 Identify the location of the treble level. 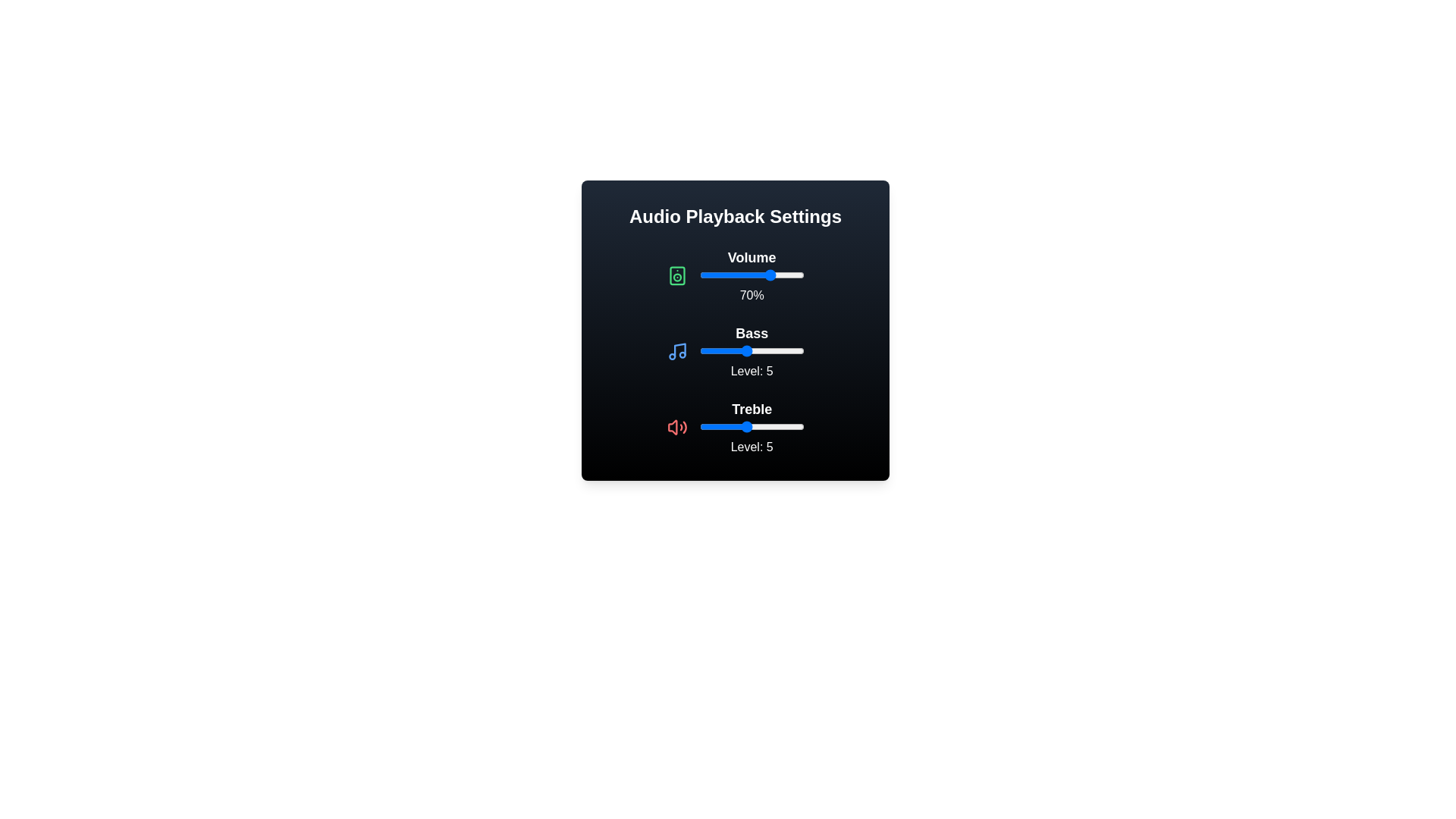
(769, 427).